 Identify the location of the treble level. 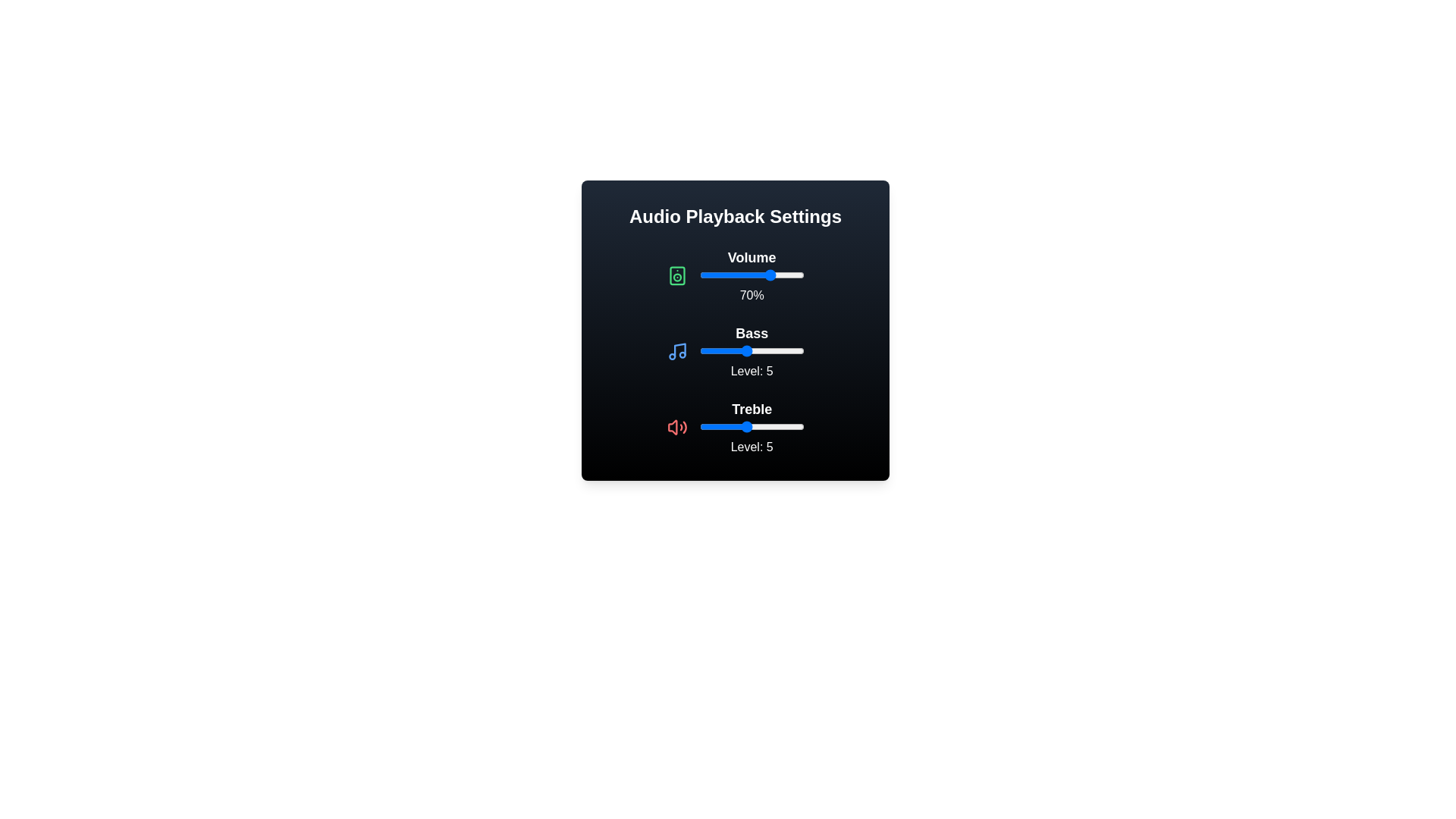
(769, 427).